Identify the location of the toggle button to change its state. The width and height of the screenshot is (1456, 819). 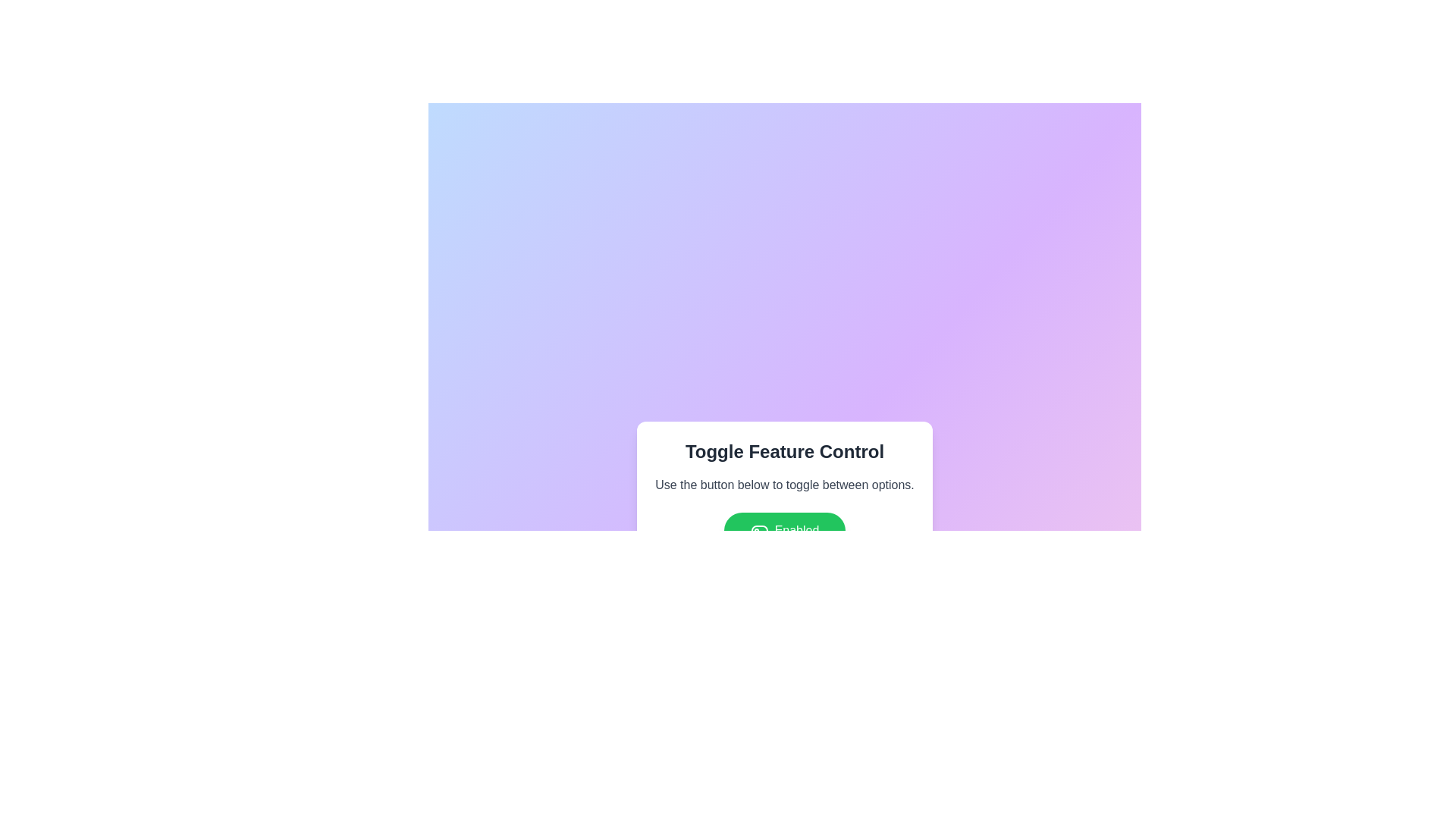
(785, 529).